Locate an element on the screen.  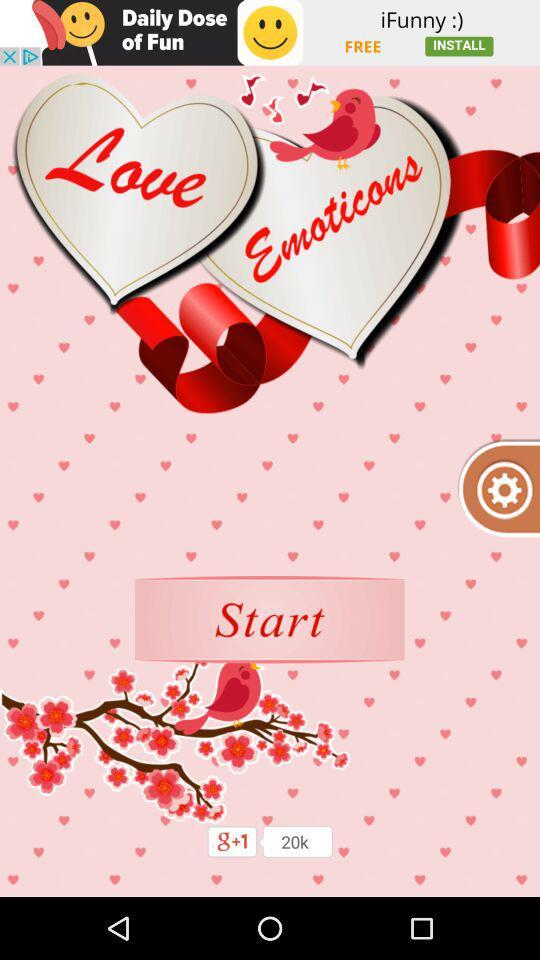
open settings is located at coordinates (497, 487).